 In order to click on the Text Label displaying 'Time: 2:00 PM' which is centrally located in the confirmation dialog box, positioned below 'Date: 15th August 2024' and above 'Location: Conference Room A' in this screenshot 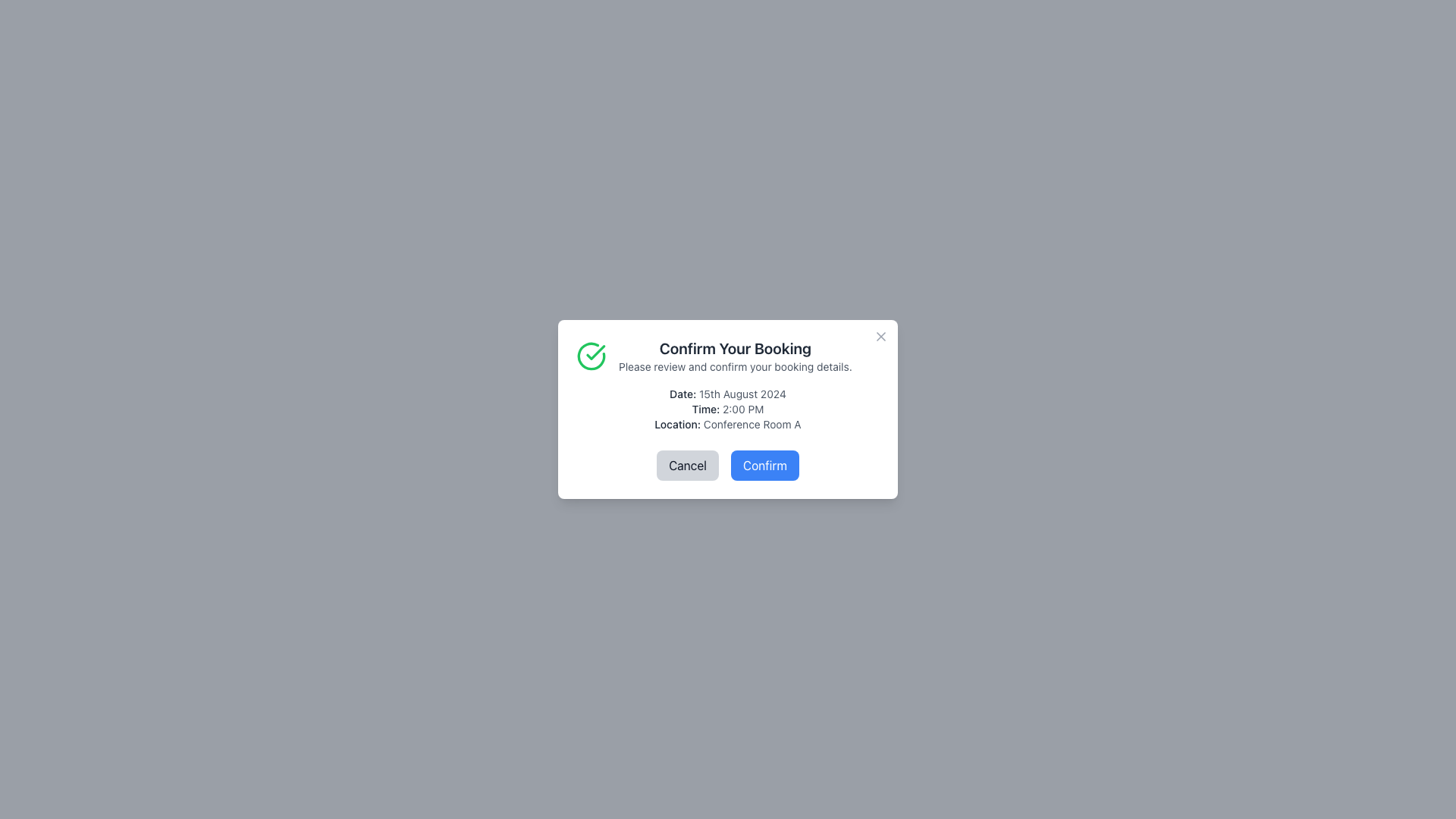, I will do `click(728, 409)`.